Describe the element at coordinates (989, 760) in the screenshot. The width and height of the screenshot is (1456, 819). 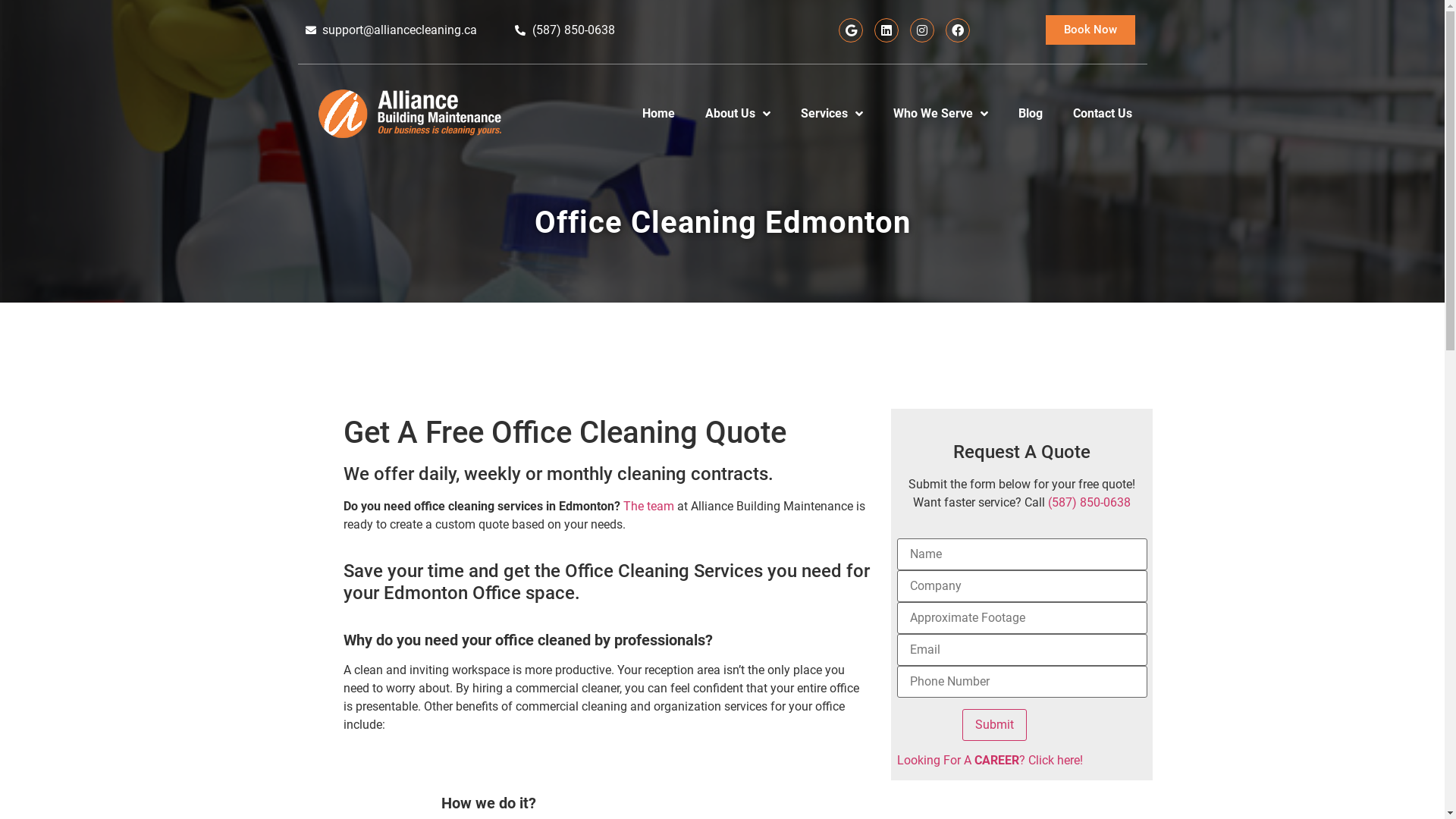
I see `'Looking For A CAREER? Click here!'` at that location.